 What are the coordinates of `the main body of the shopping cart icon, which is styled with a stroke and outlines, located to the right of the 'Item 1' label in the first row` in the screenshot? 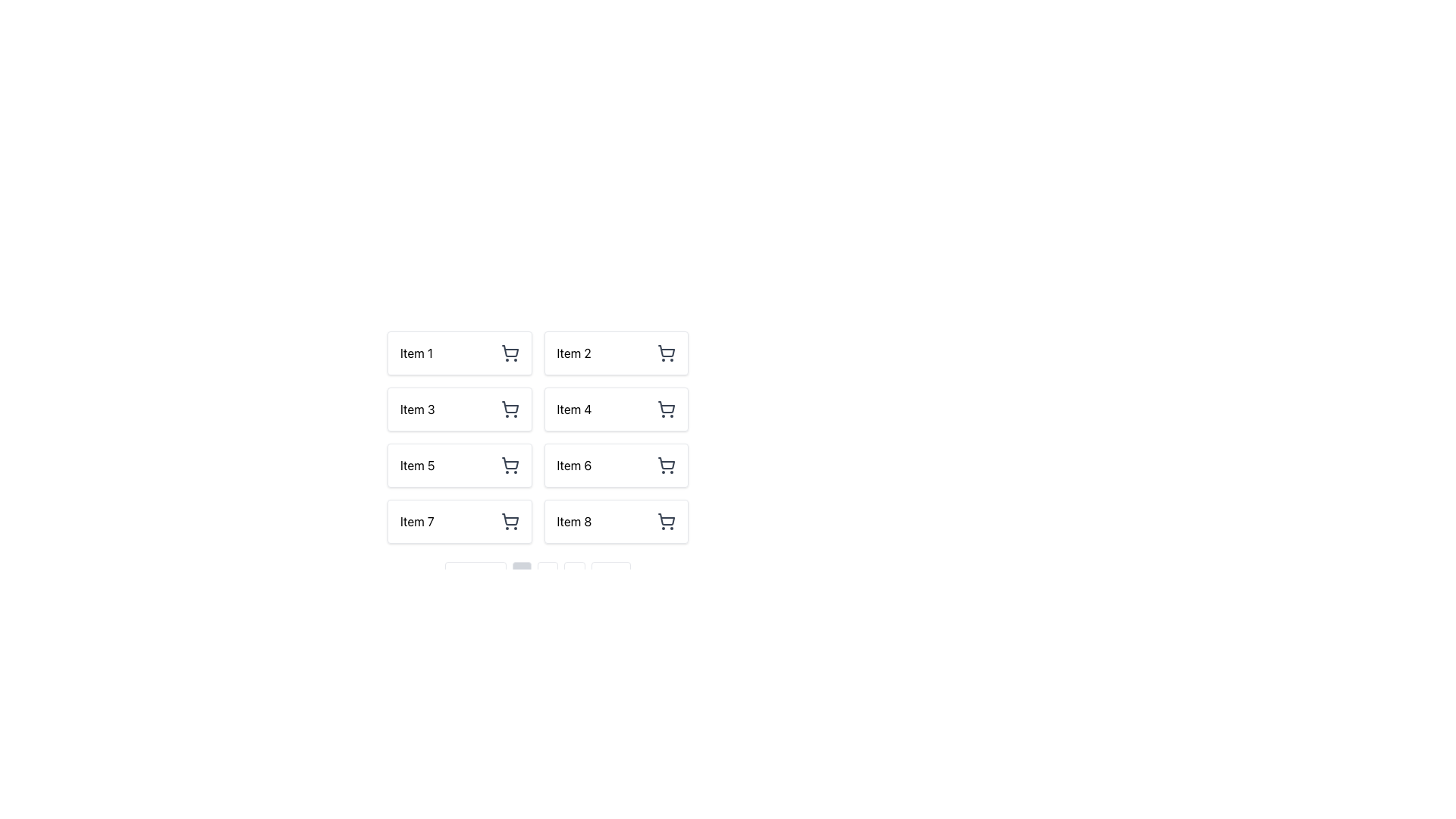 It's located at (510, 351).